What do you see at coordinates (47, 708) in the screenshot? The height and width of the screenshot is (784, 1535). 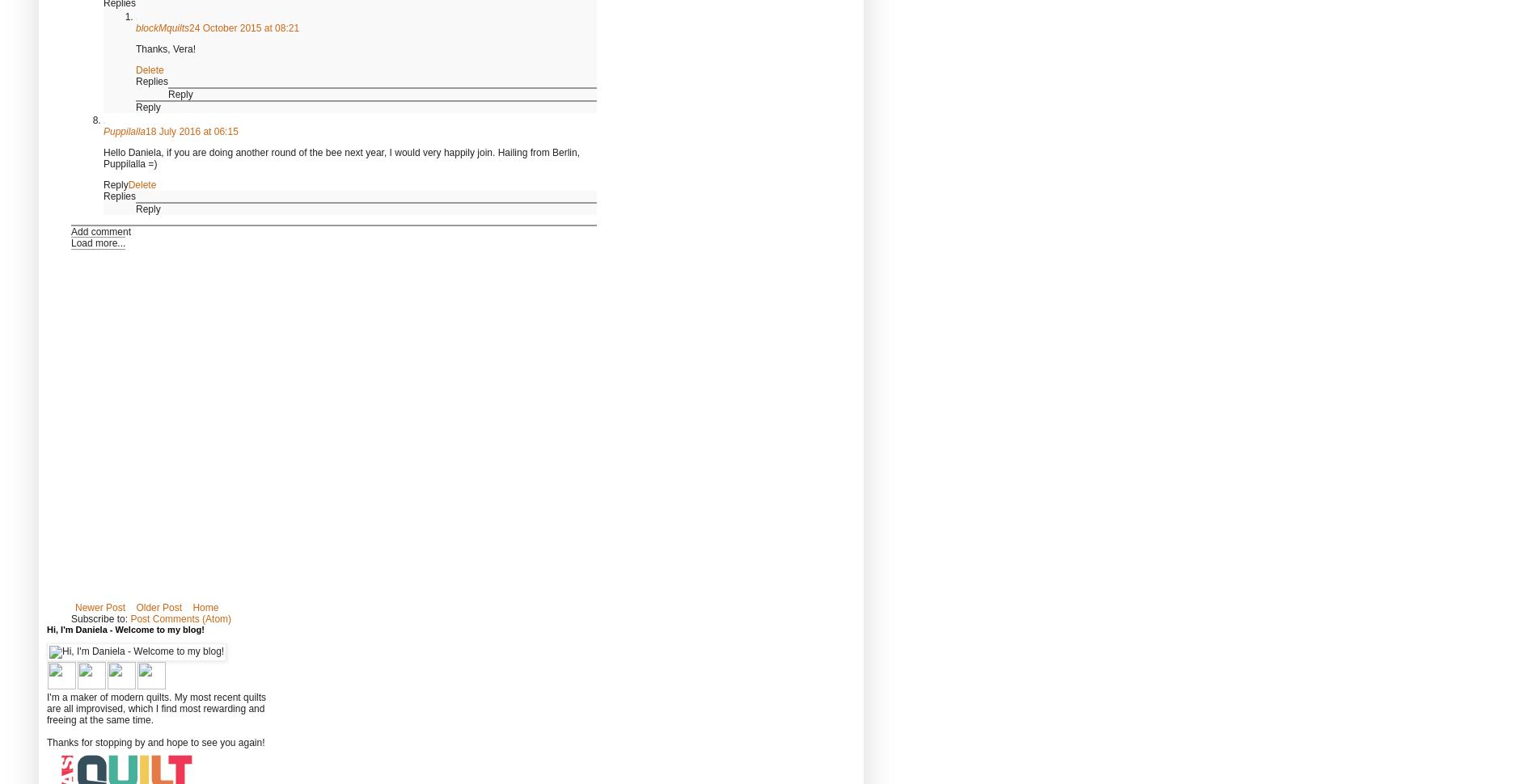 I see `'I'm a maker of modern quilts. My most recent quilts are all improvised, which I find most rewarding and freeing at the same time.'` at bounding box center [47, 708].